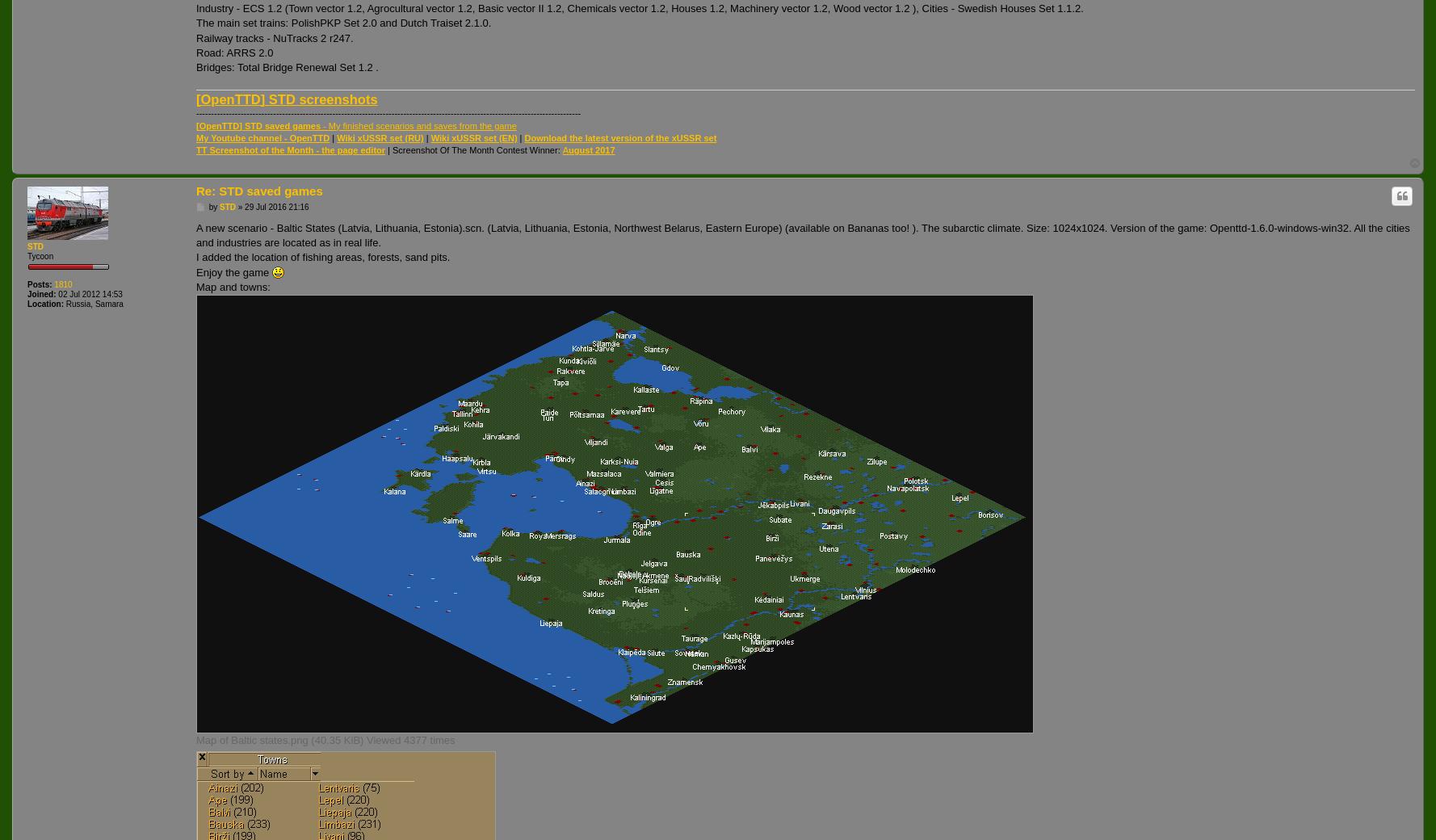 This screenshot has width=1436, height=840. I want to click on 'My Youtube channel - OpenTTD', so click(262, 137).